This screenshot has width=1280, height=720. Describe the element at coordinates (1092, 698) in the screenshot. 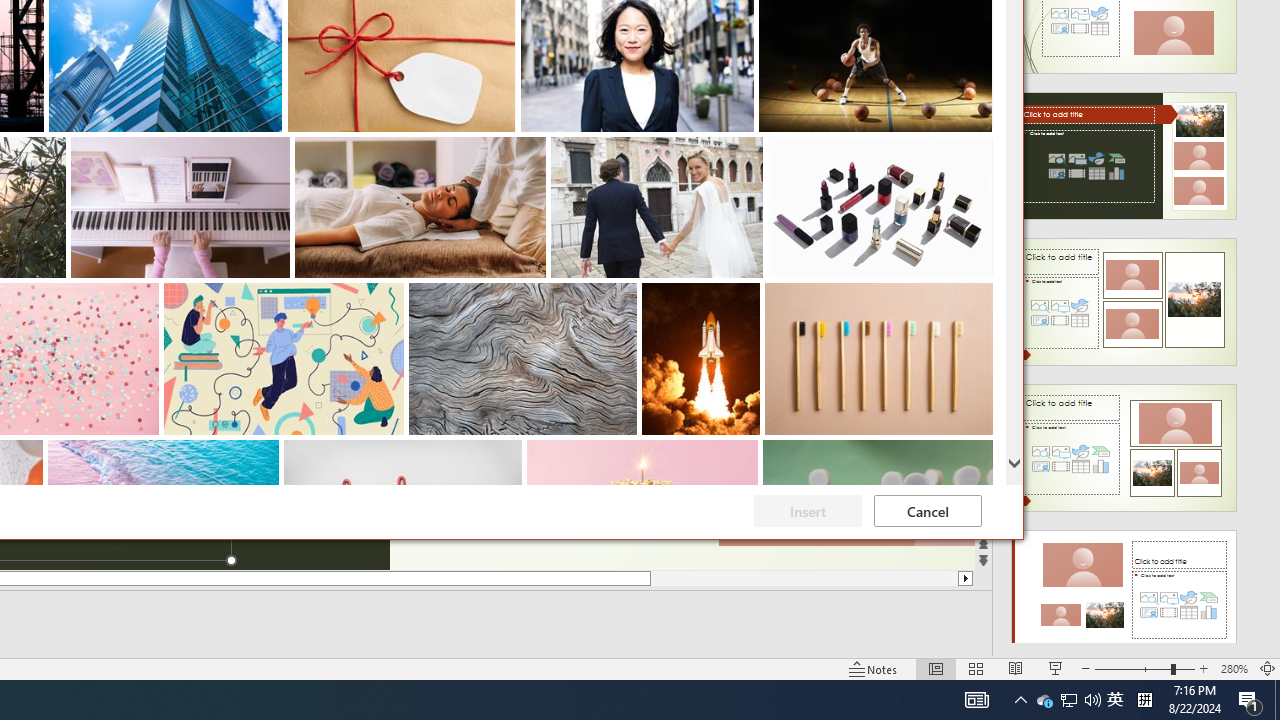

I see `'Q2790: 100%'` at that location.